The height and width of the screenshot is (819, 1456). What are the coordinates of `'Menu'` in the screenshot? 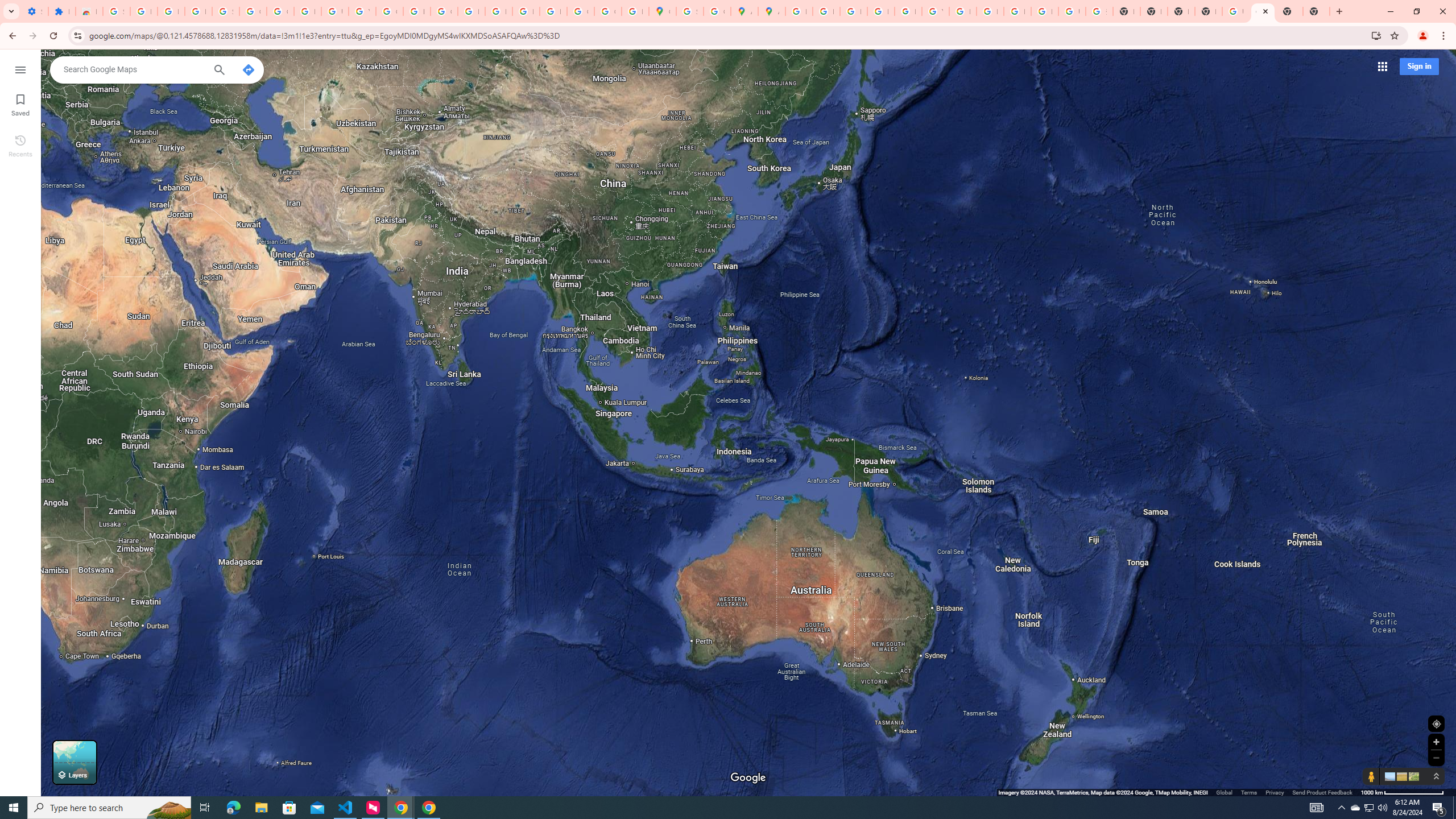 It's located at (19, 68).